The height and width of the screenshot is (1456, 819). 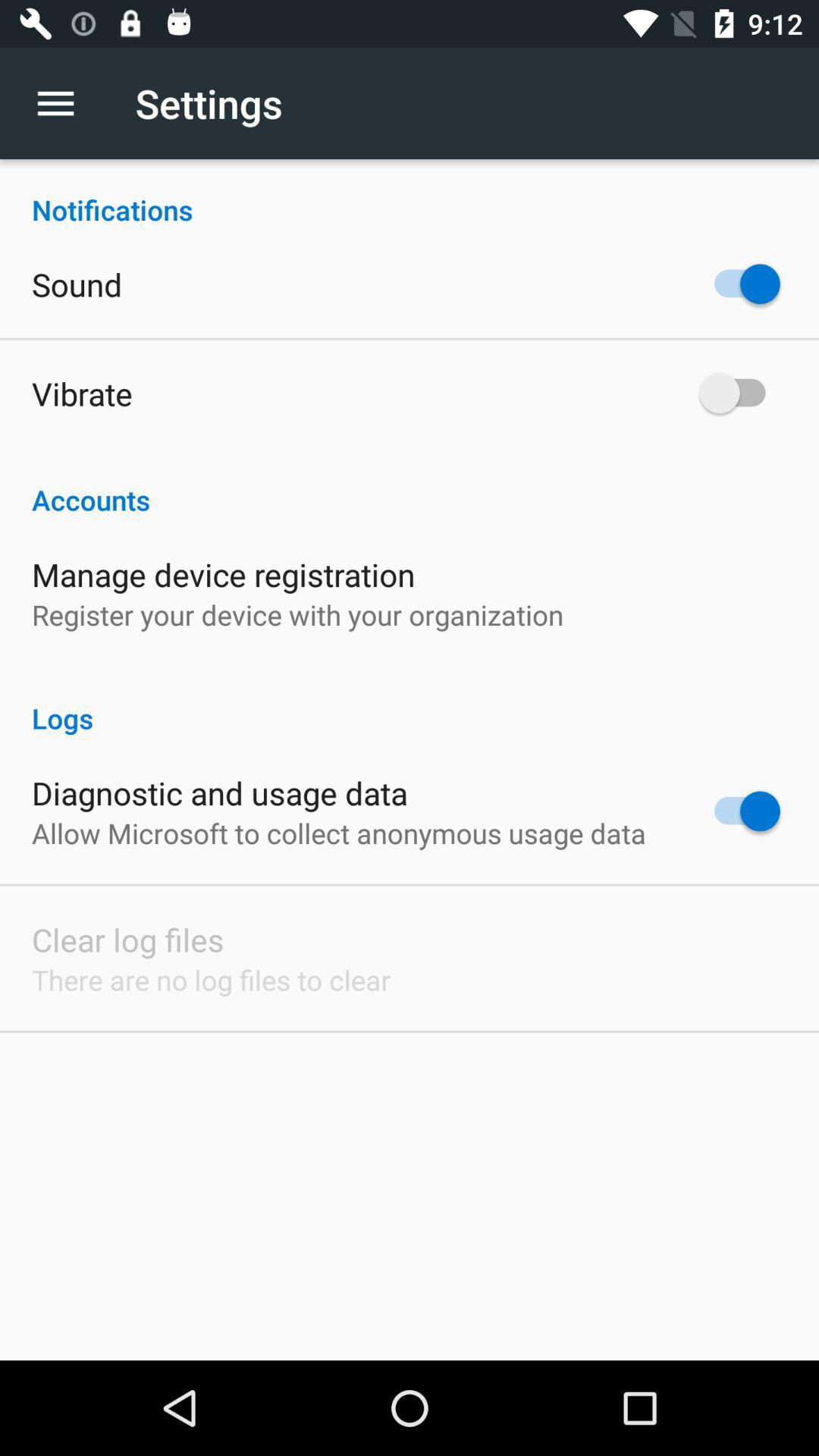 I want to click on the icon above the diagnostic and usage icon, so click(x=409, y=701).